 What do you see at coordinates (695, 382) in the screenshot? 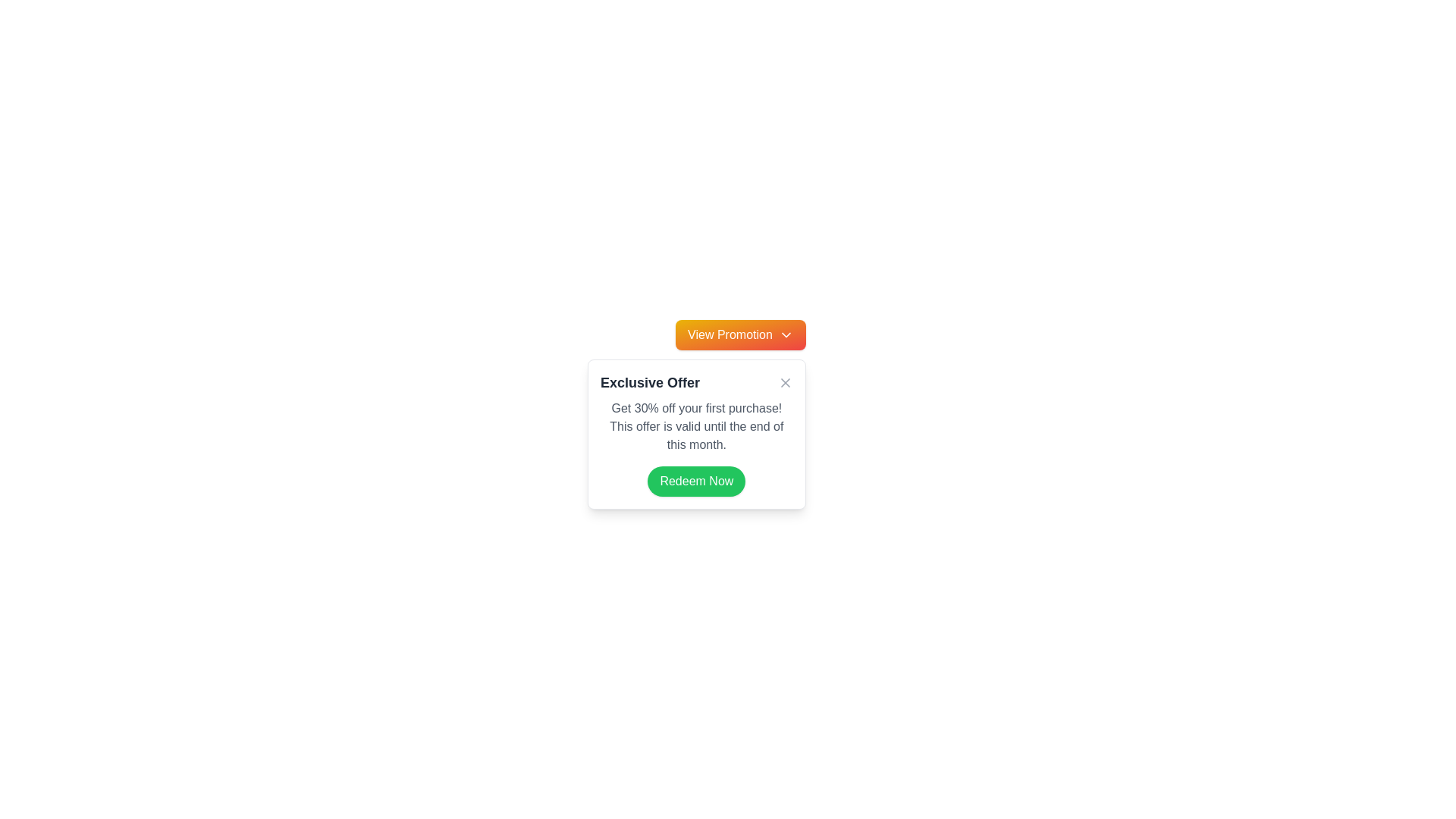
I see `bold text label saying 'Exclusive Offer' located at the top of the promotional pop-up panel, aligned to the left` at bounding box center [695, 382].